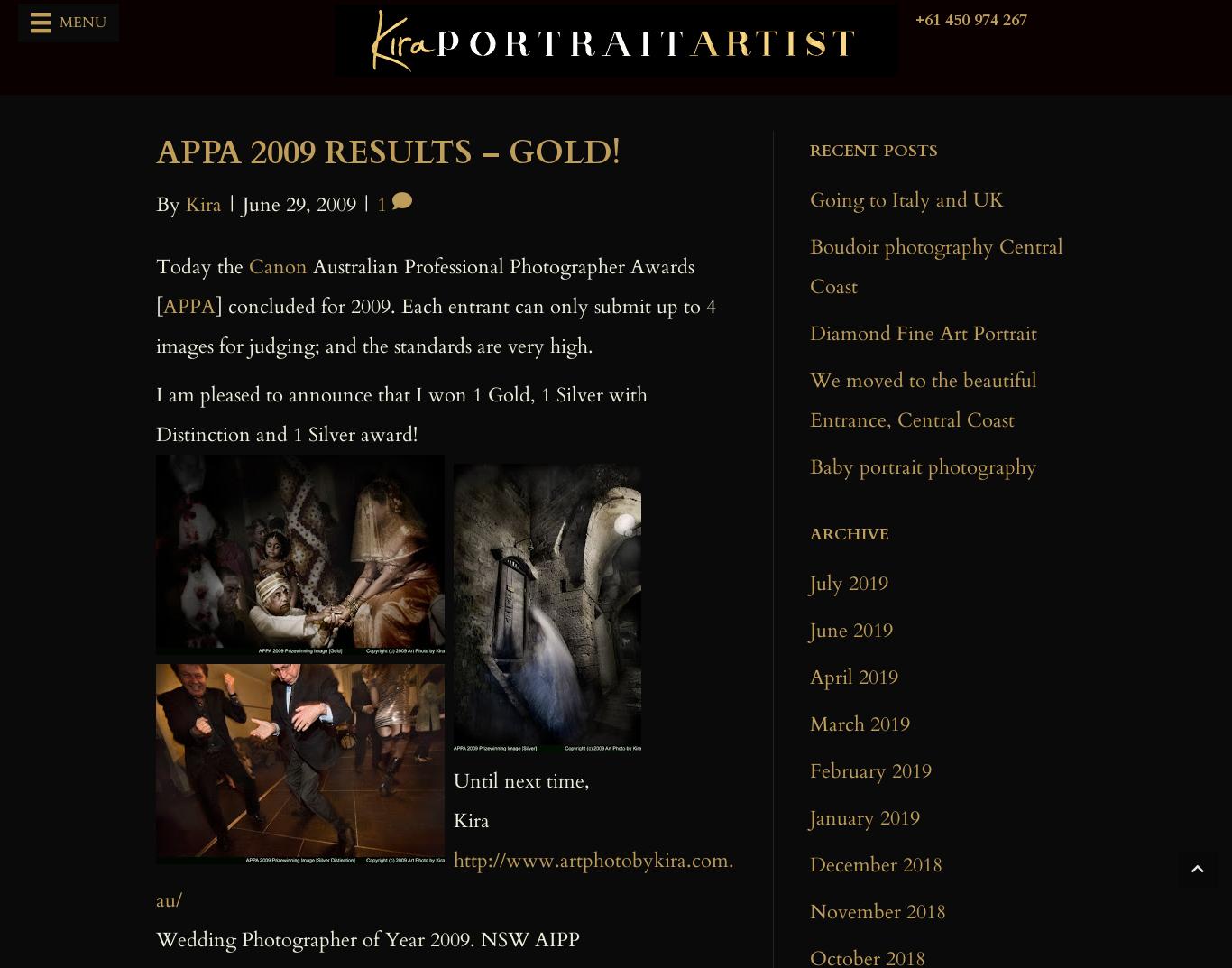  Describe the element at coordinates (935, 266) in the screenshot. I see `'Boudoir photography Central Coast'` at that location.